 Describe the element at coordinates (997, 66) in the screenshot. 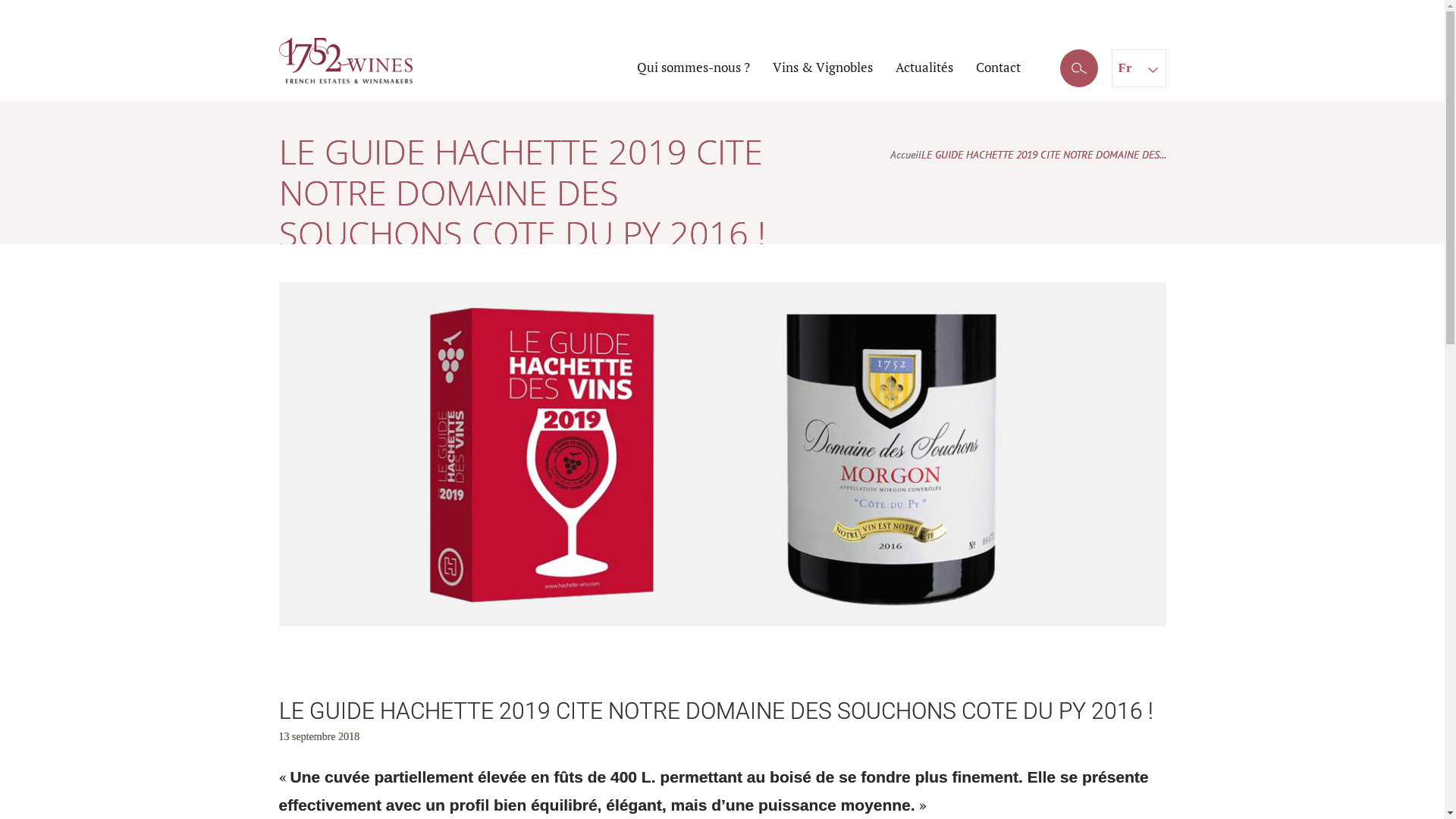

I see `'Contact'` at that location.